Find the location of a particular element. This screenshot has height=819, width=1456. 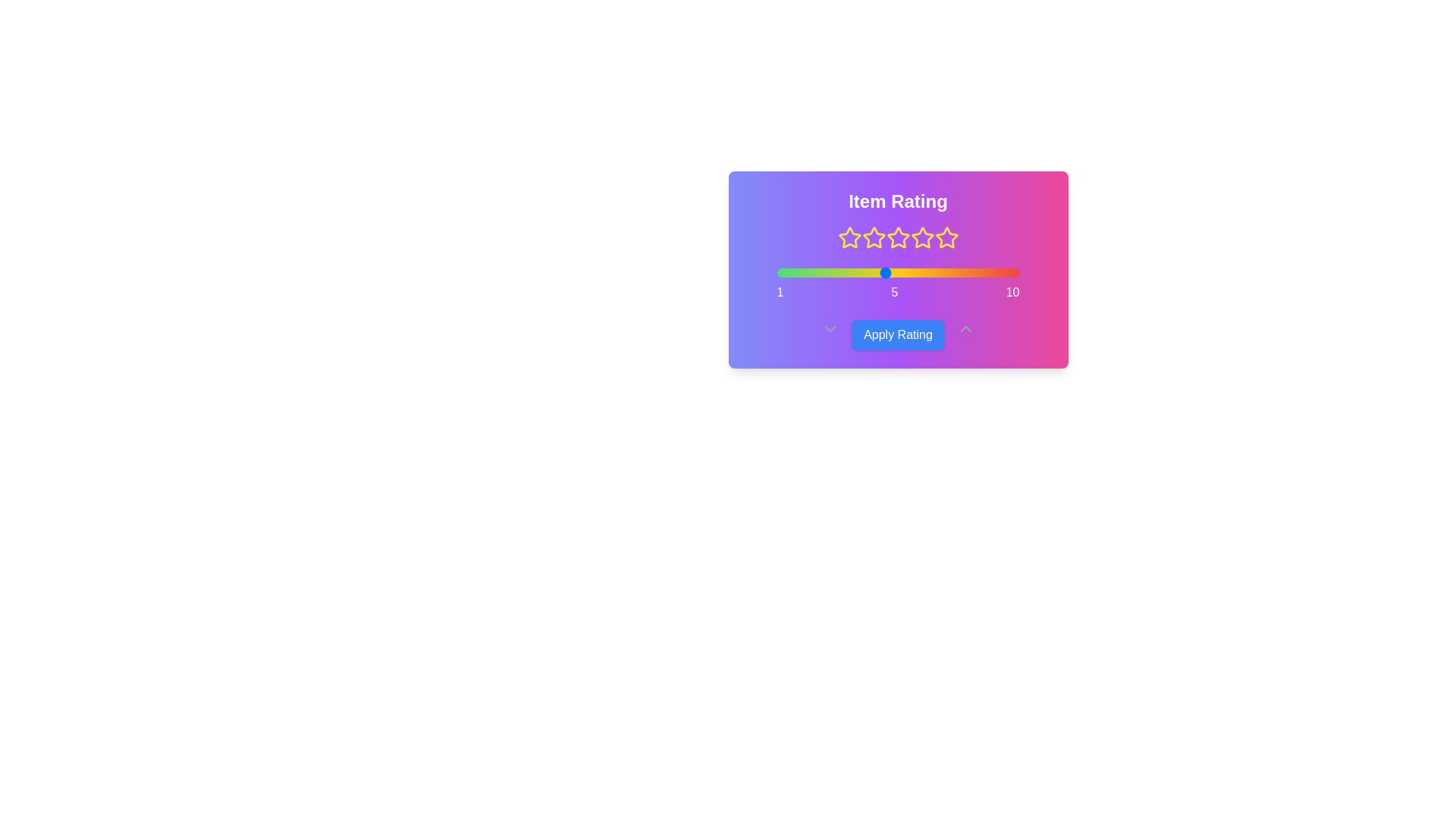

the slider to set the rating to 5 is located at coordinates (884, 271).